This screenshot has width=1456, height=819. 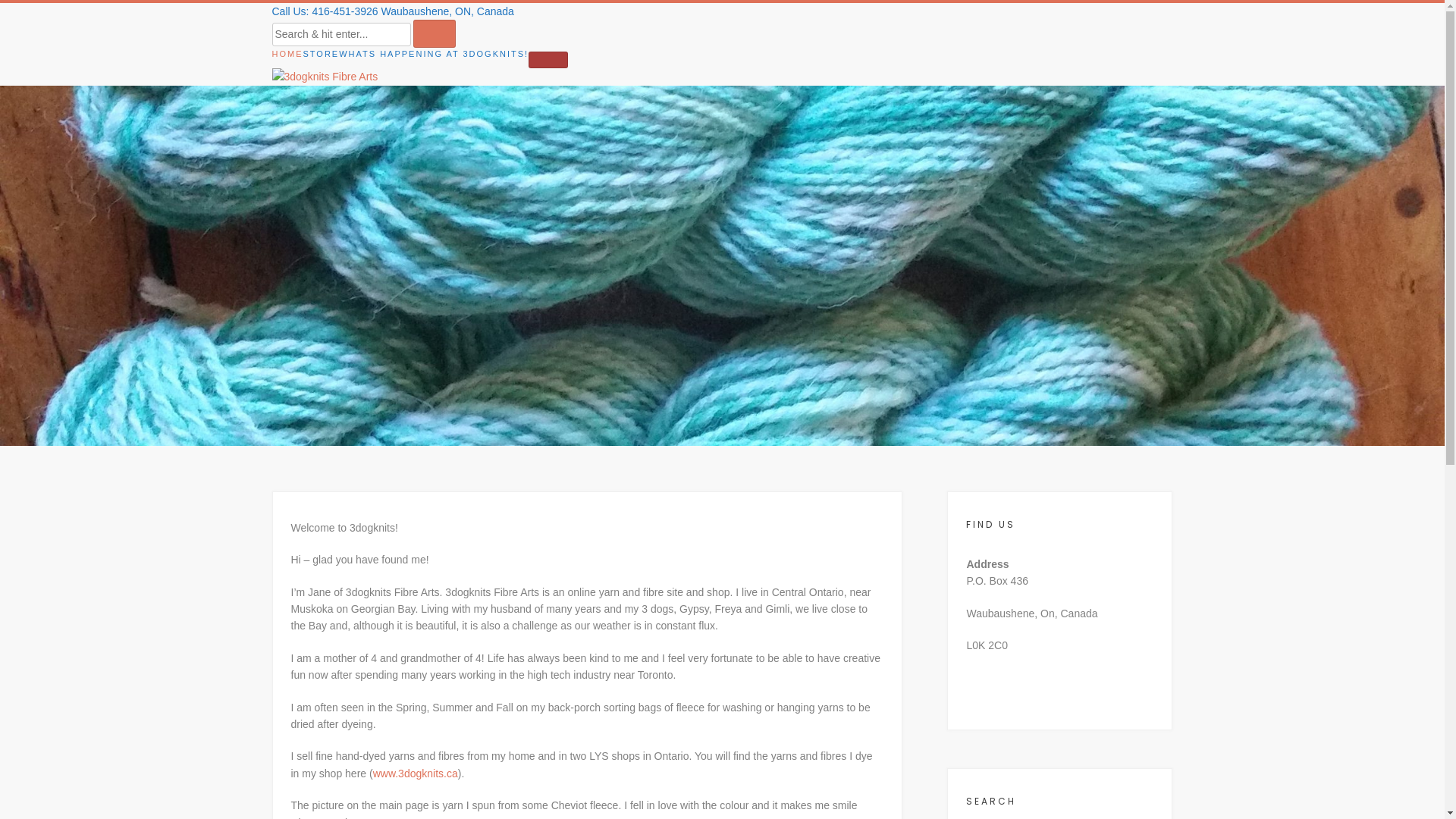 What do you see at coordinates (415, 773) in the screenshot?
I see `'www.3dogknits.ca'` at bounding box center [415, 773].